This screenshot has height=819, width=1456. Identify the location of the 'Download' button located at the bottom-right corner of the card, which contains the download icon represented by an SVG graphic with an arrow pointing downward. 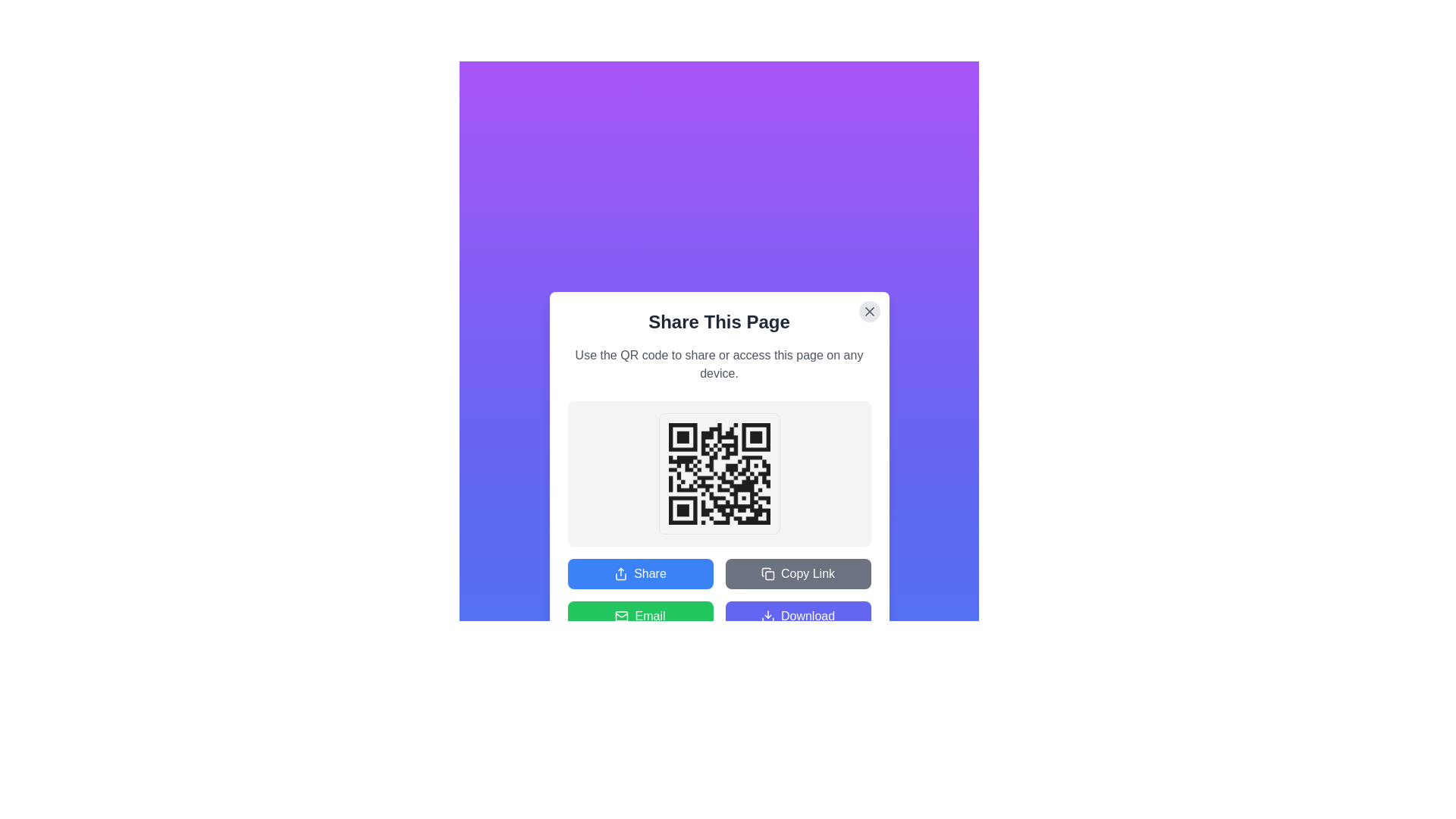
(767, 617).